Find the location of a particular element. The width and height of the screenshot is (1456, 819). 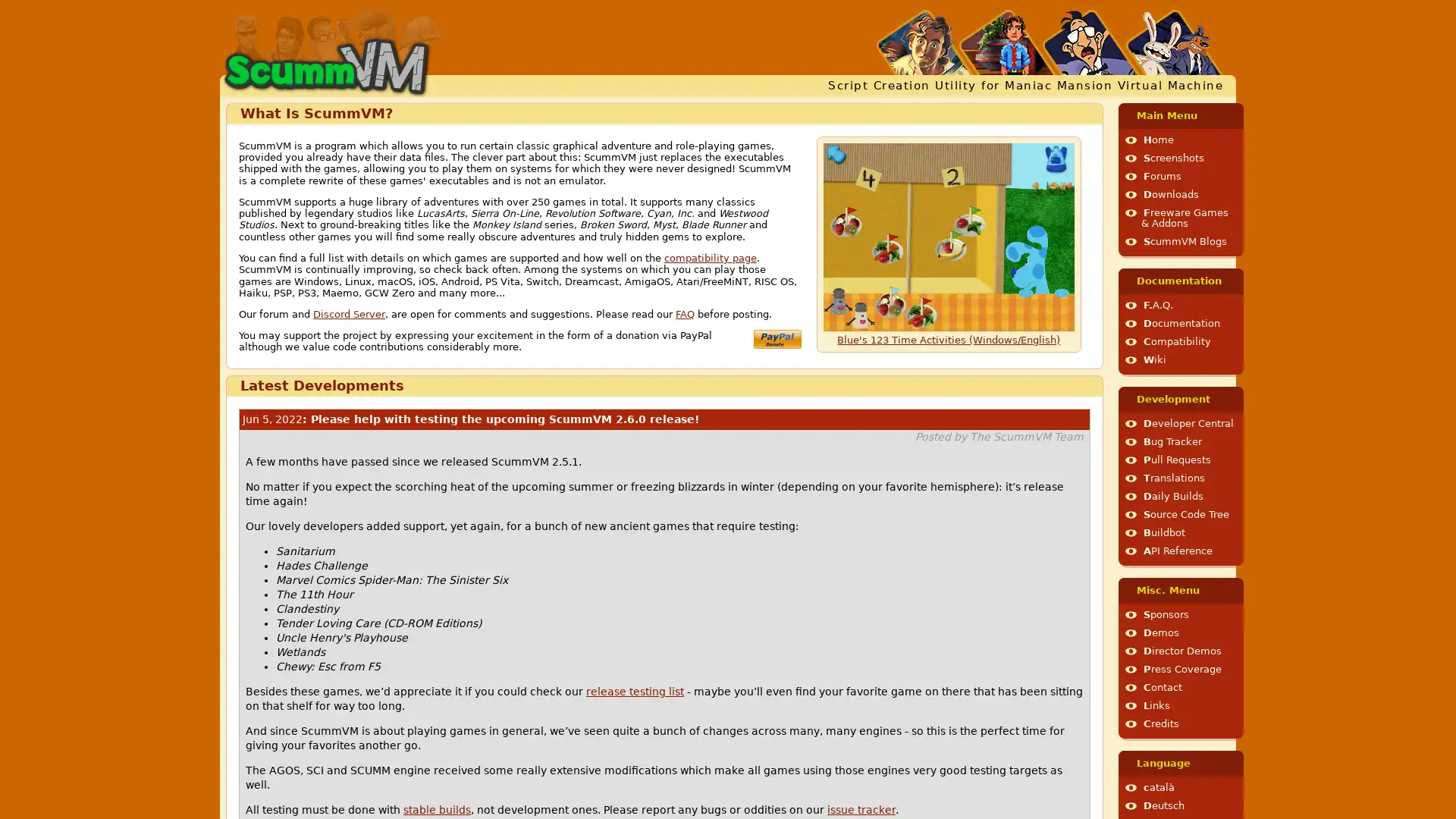

Support This Project is located at coordinates (777, 337).